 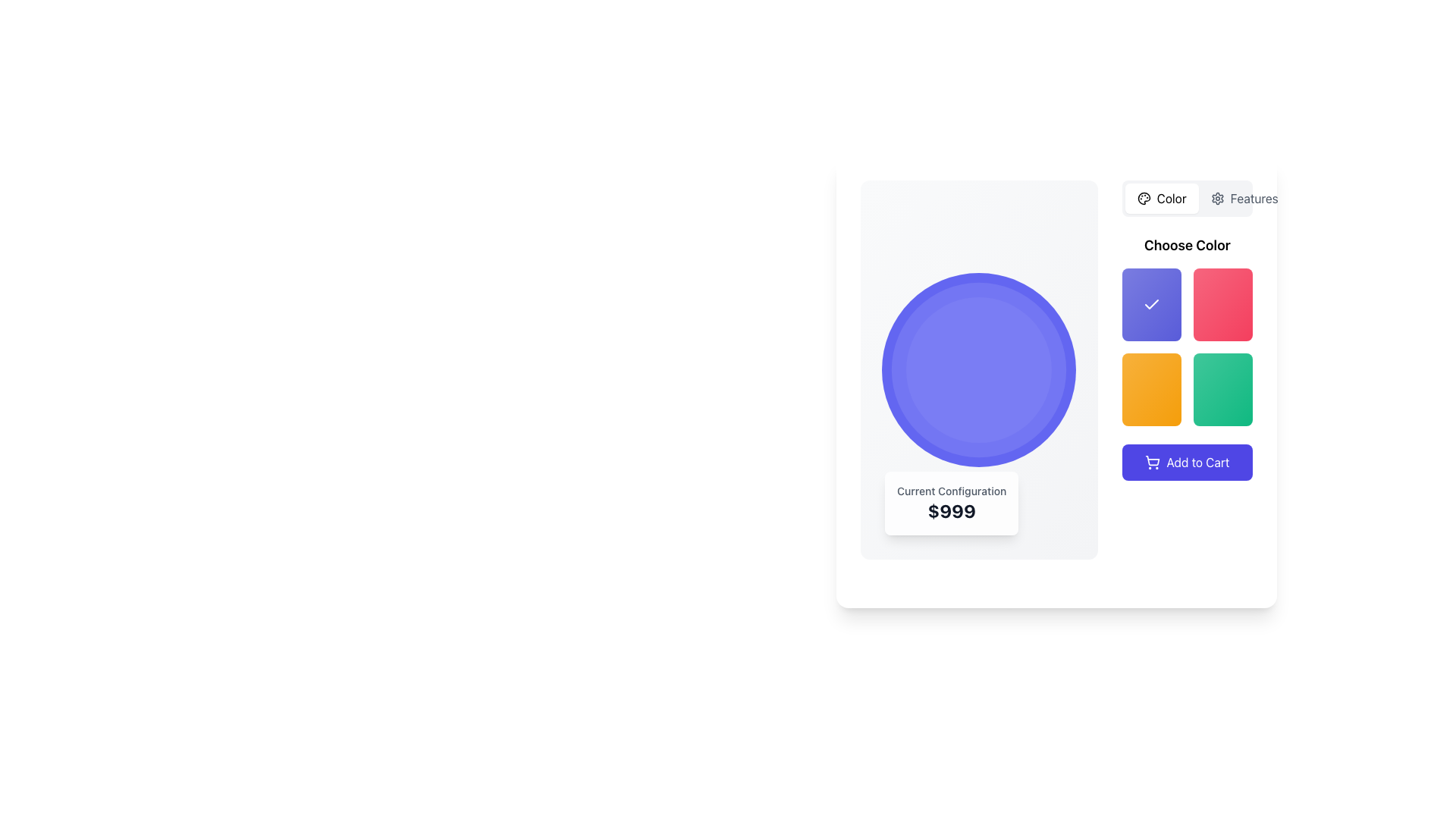 What do you see at coordinates (1217, 198) in the screenshot?
I see `the settings decorative icon that is part of the 'Features' button located in the top-right section of the interface` at bounding box center [1217, 198].